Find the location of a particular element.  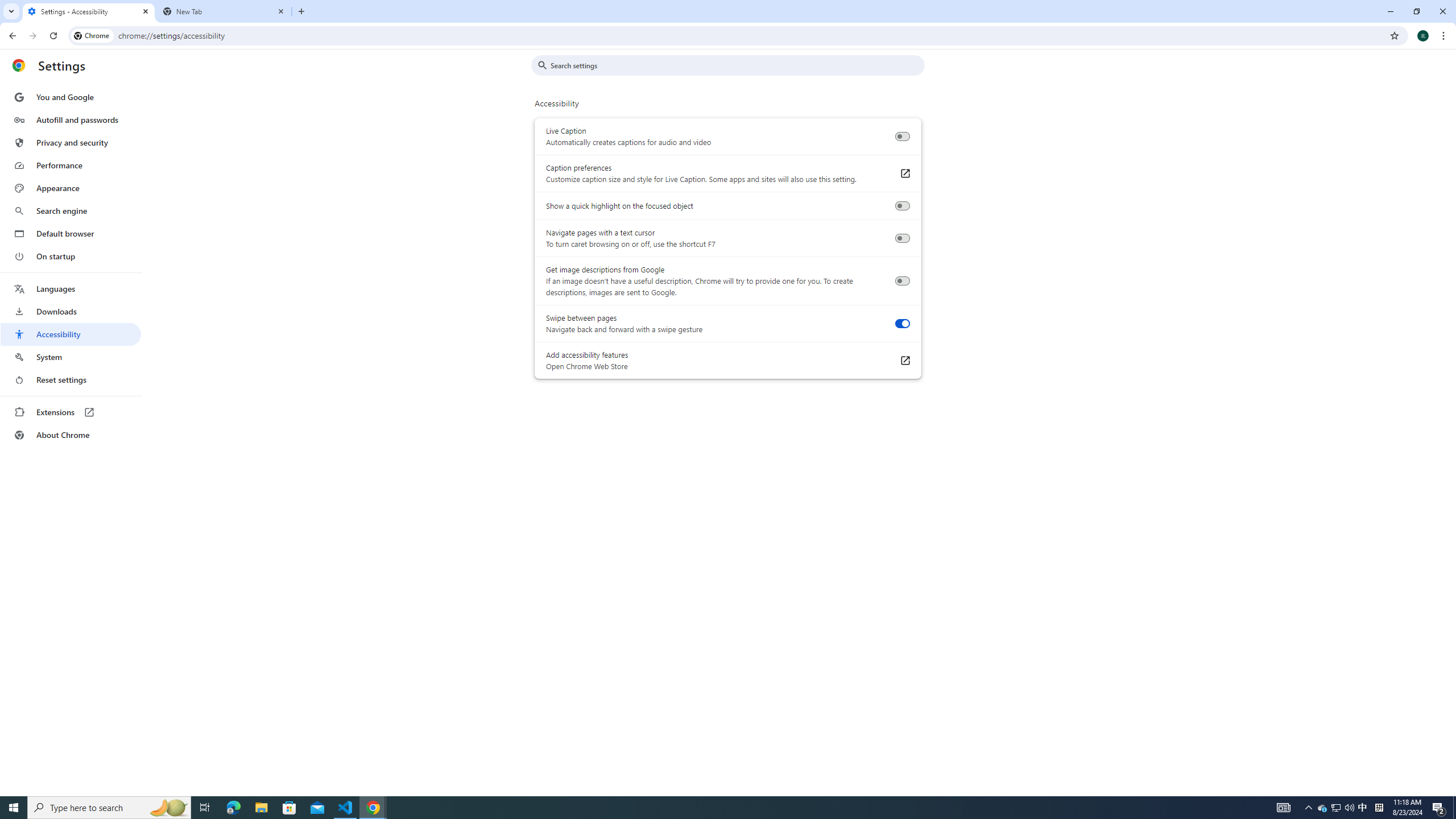

'On startup' is located at coordinates (70, 255).